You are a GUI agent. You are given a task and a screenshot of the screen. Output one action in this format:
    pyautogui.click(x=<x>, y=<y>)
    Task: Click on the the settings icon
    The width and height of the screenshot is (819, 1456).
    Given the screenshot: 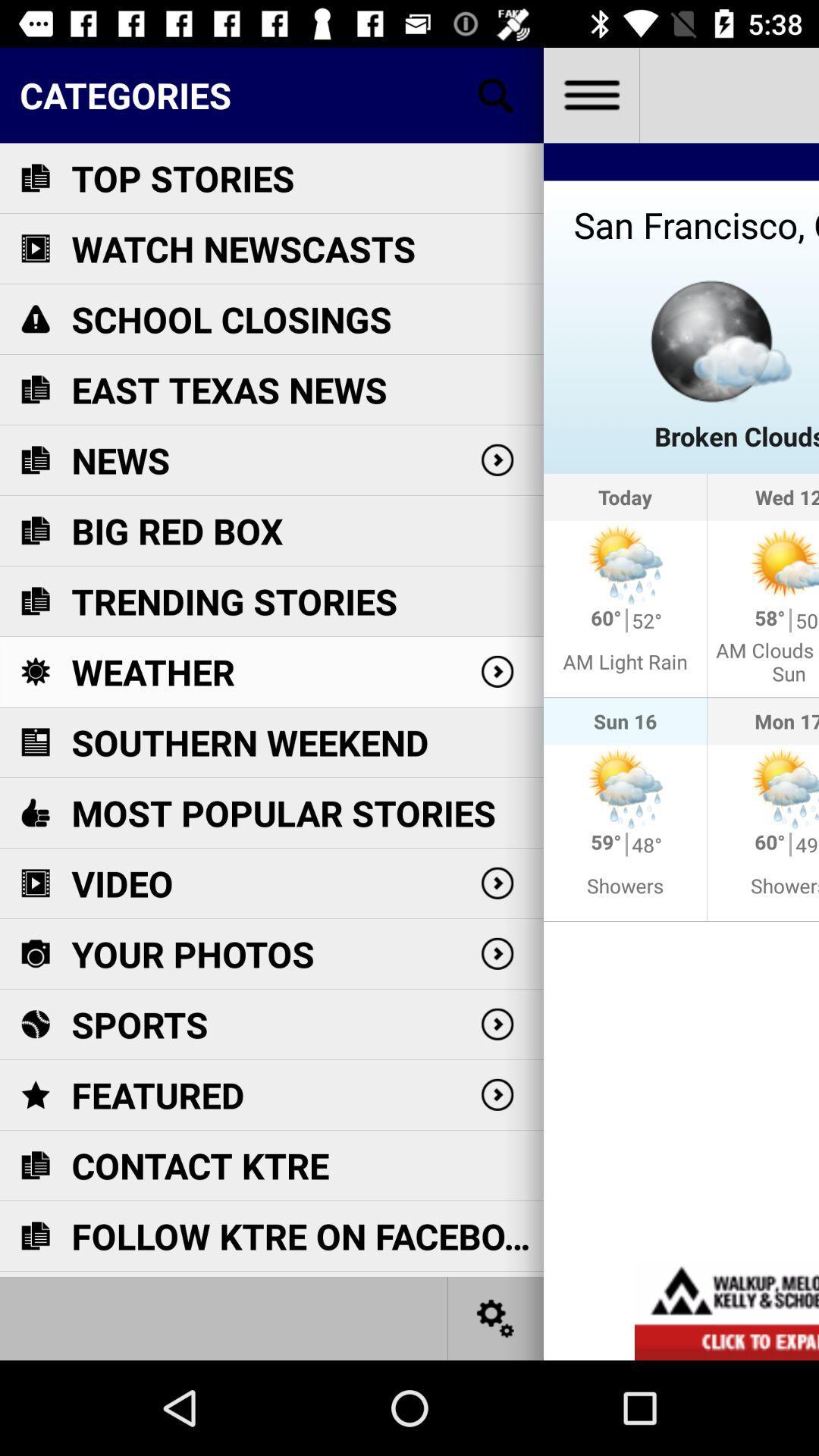 What is the action you would take?
    pyautogui.click(x=496, y=1317)
    